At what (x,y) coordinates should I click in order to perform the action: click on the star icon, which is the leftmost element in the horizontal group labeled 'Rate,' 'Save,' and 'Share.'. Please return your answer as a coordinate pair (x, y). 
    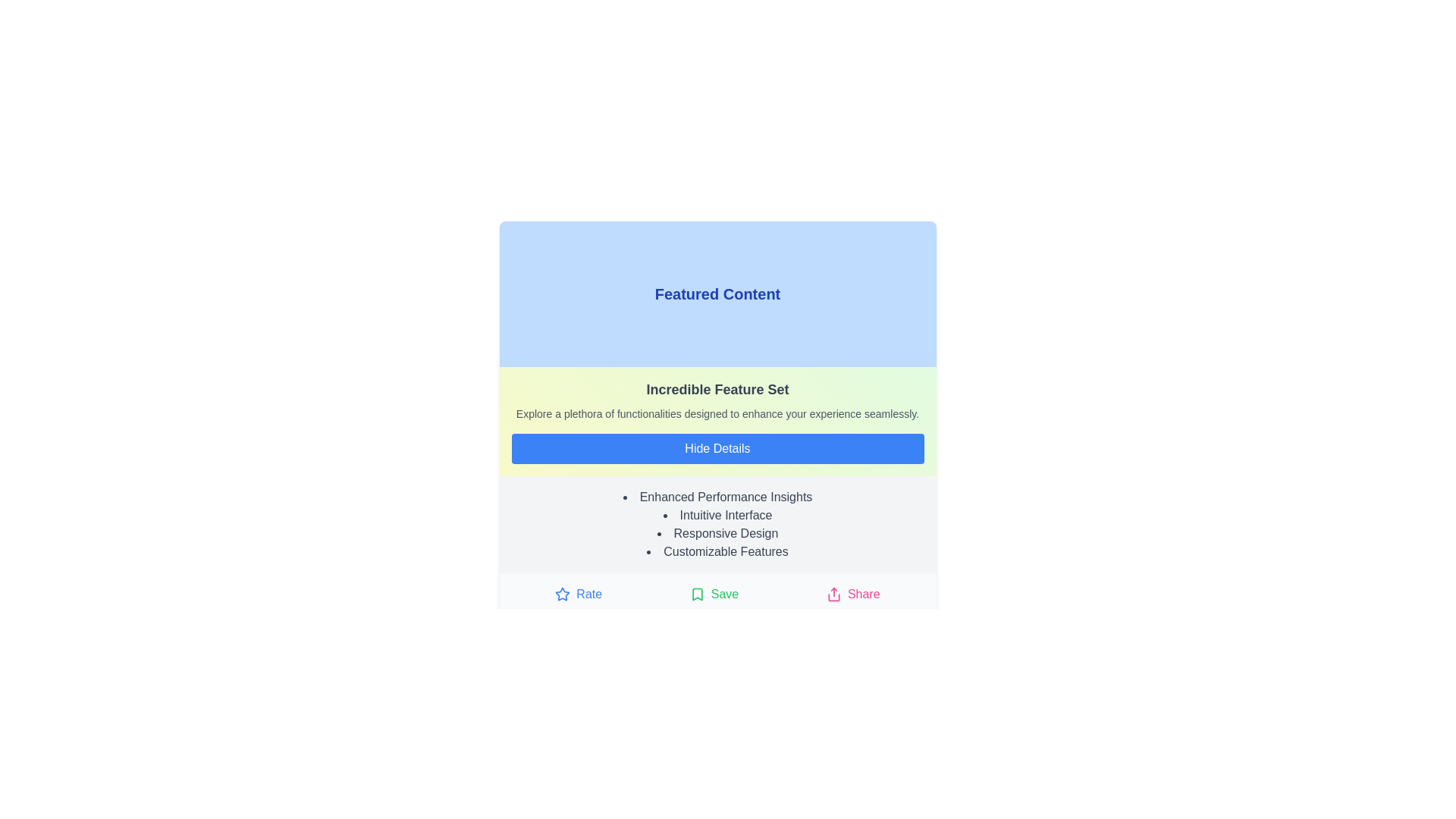
    Looking at the image, I should click on (562, 593).